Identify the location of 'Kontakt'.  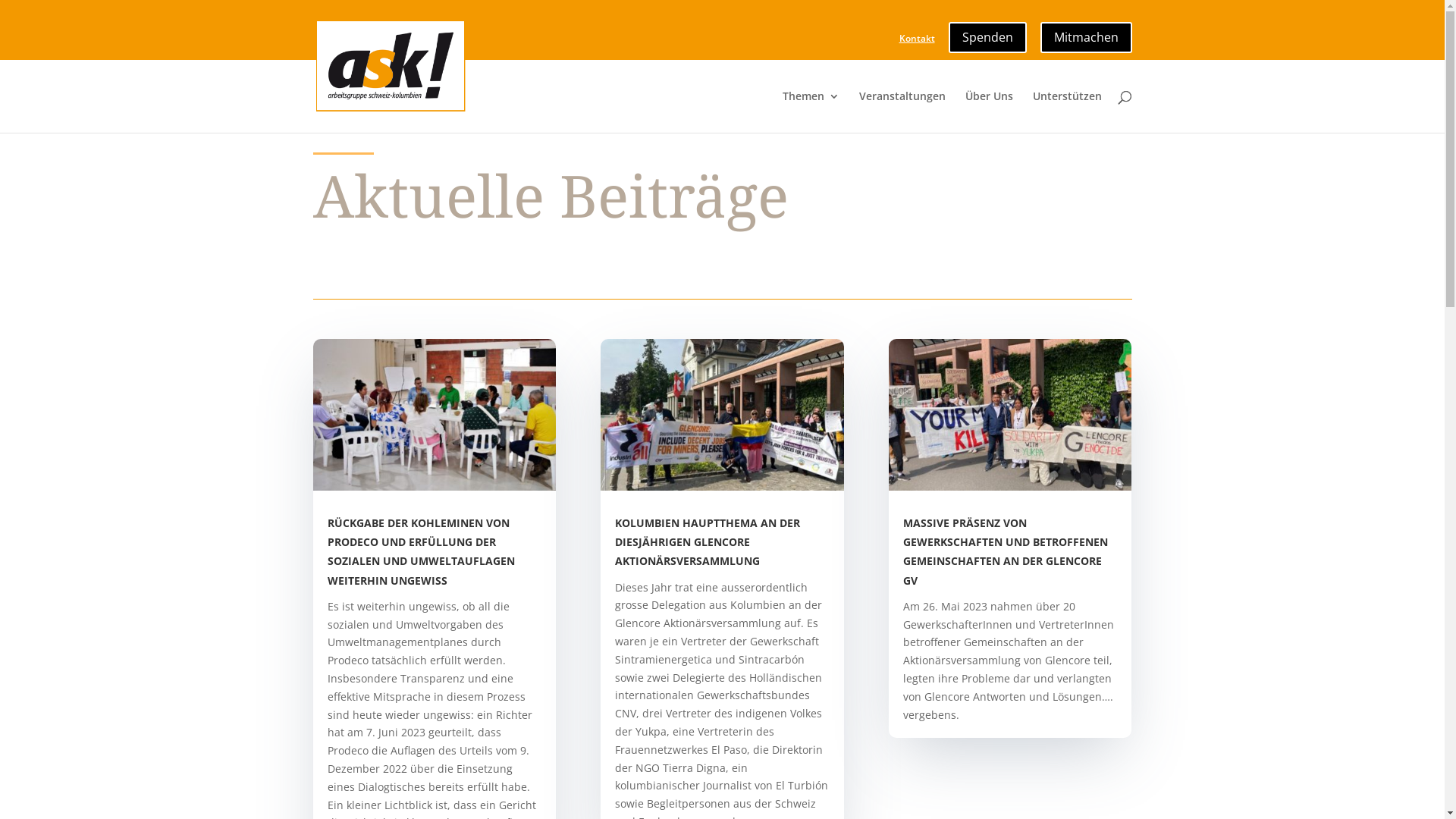
(916, 41).